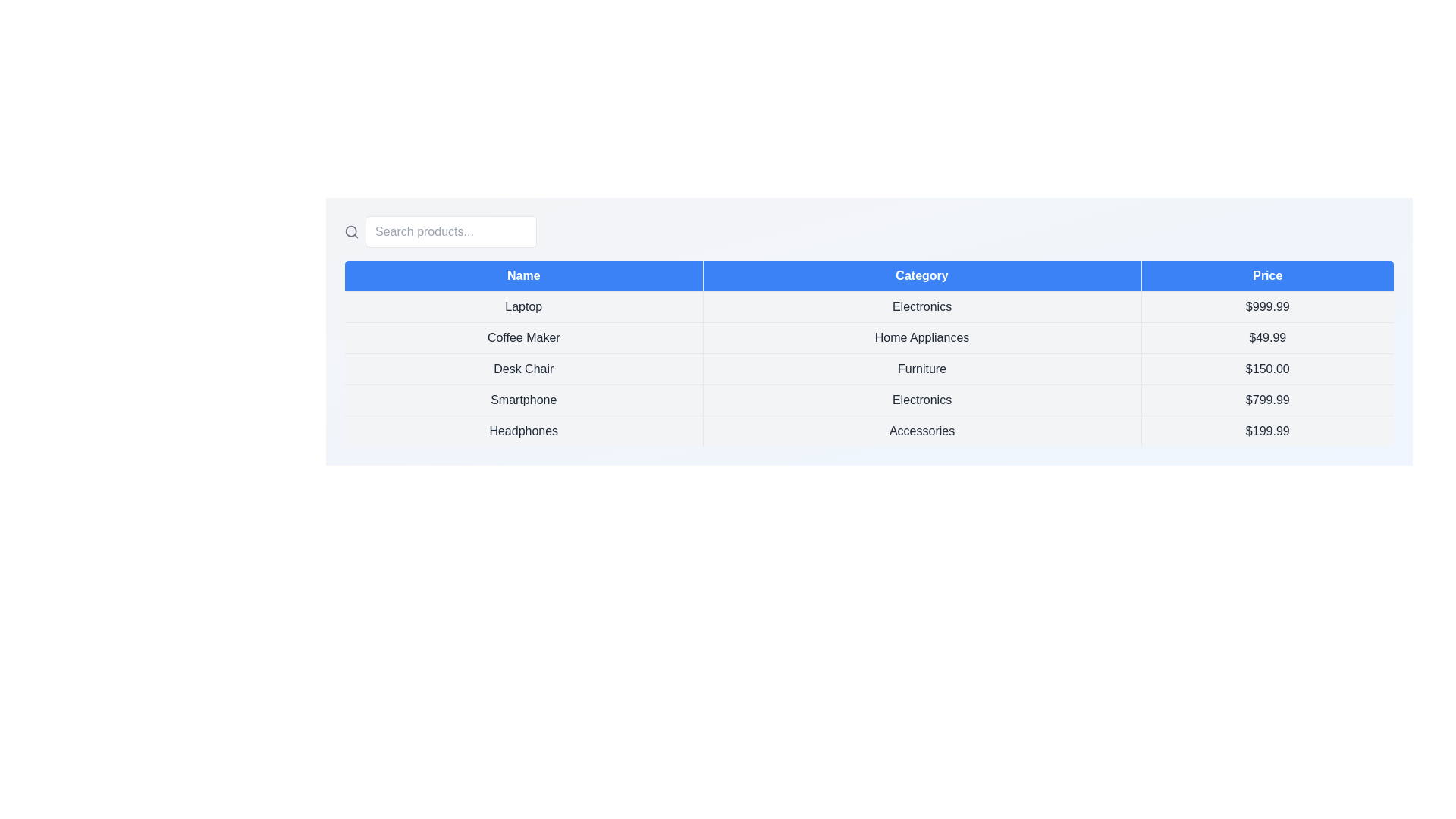 The image size is (1456, 819). Describe the element at coordinates (450, 231) in the screenshot. I see `the text input field with placeholder text 'Search products...' located near the top left corner of the interface` at that location.